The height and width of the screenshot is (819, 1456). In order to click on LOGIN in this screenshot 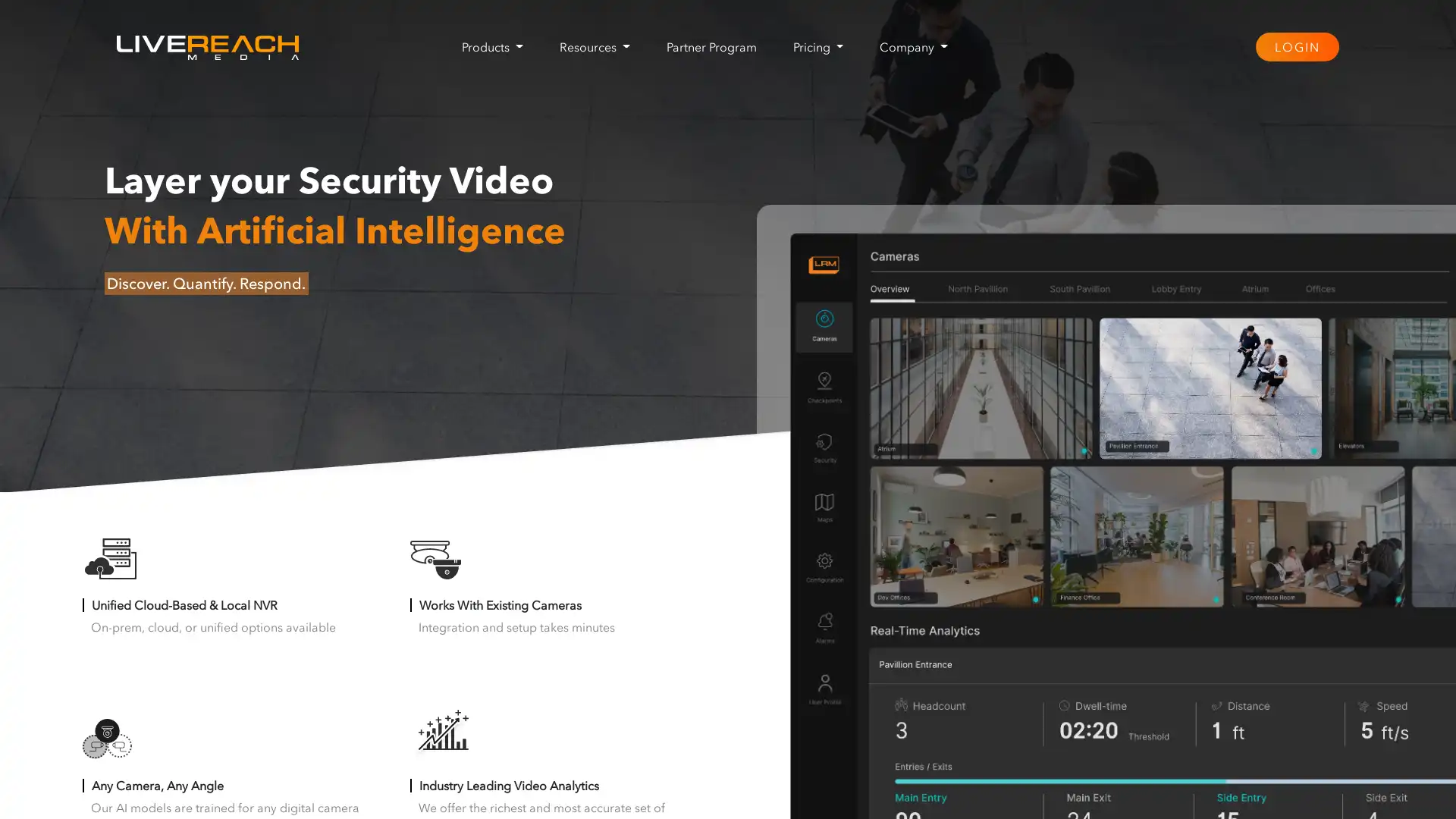, I will do `click(1295, 45)`.